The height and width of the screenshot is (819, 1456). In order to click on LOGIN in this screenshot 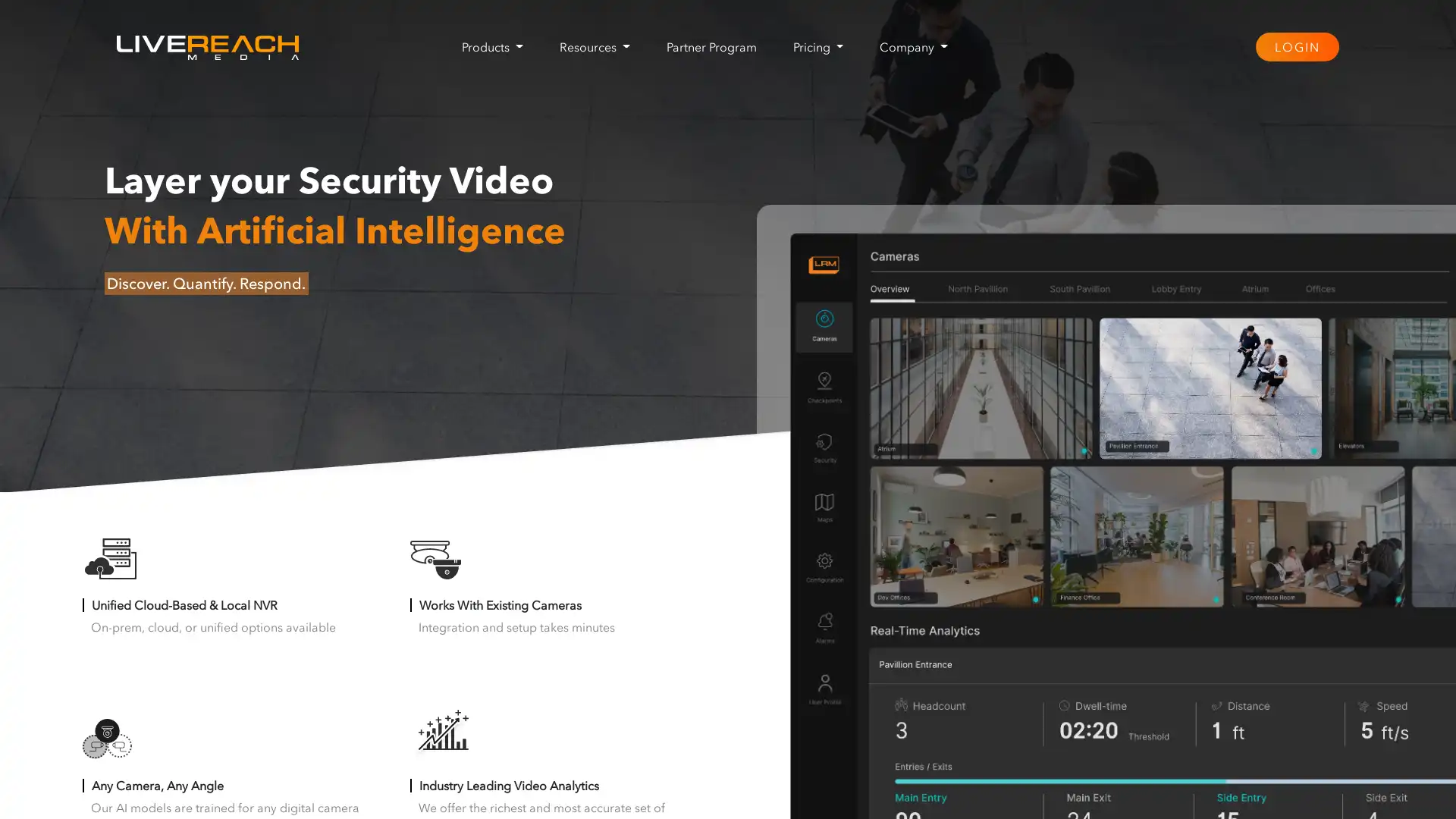, I will do `click(1295, 45)`.